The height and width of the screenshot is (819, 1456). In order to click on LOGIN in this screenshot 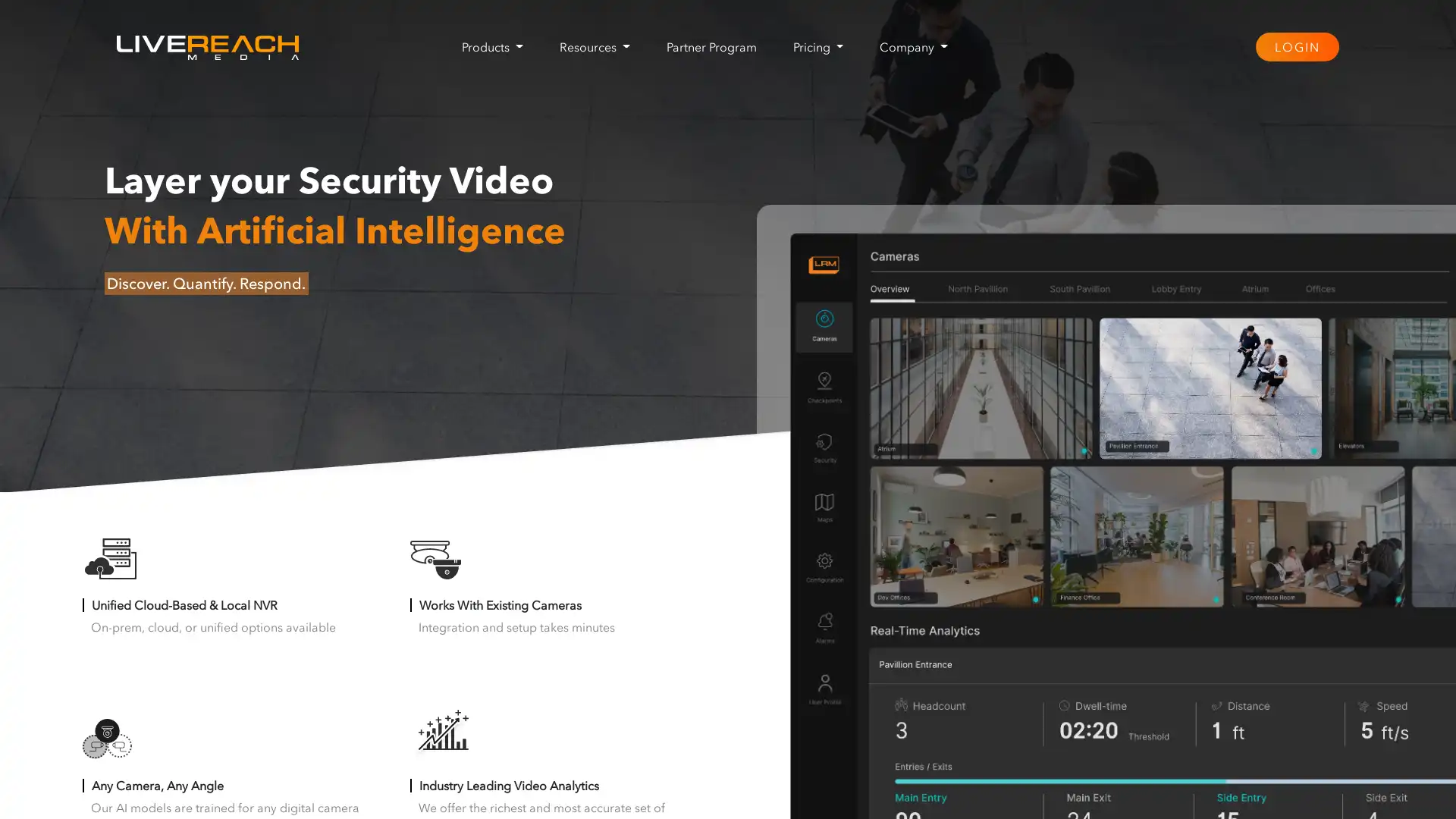, I will do `click(1295, 45)`.